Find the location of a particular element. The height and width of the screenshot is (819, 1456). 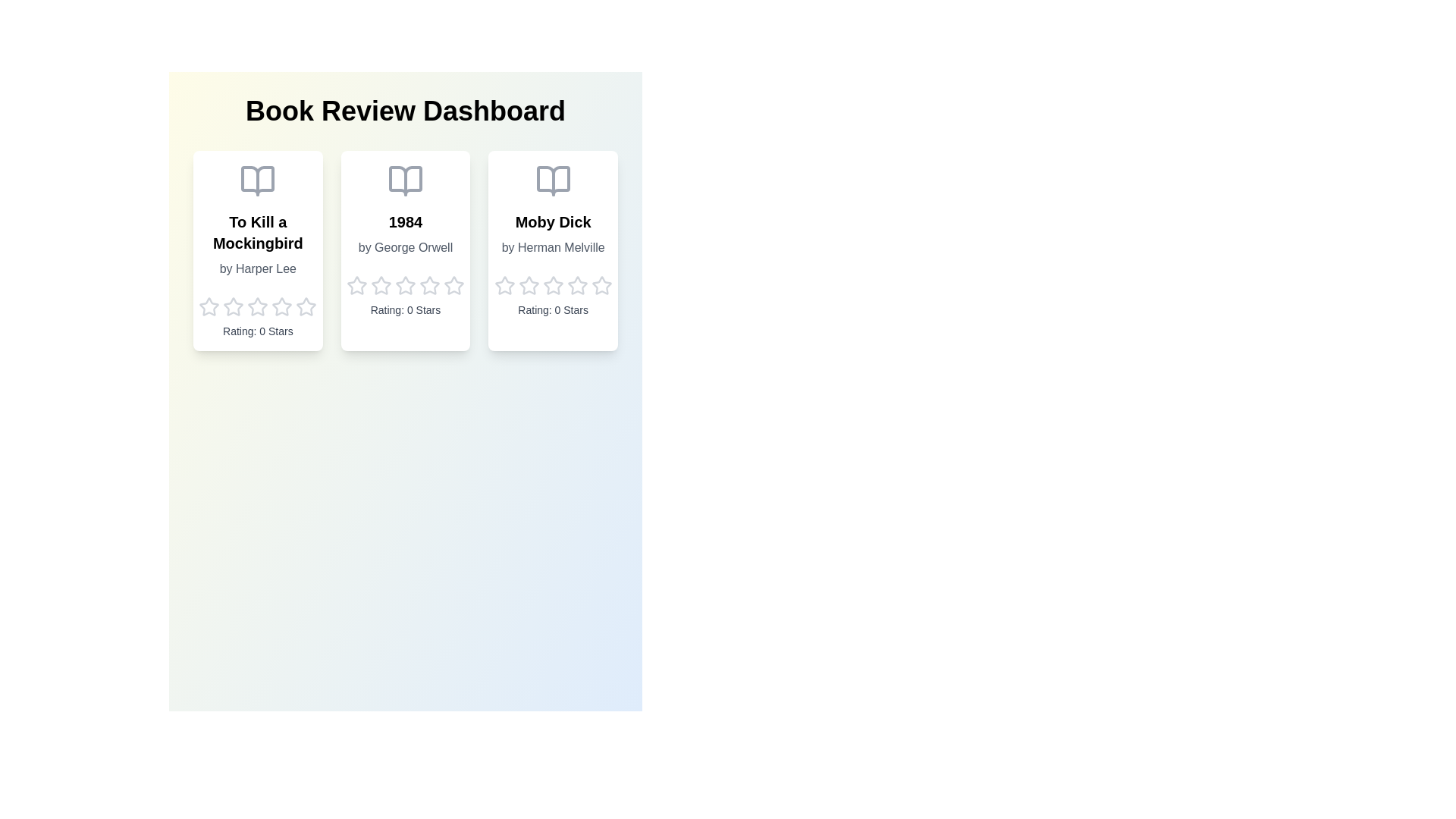

the book icon for To Kill a Mockingbird is located at coordinates (258, 180).